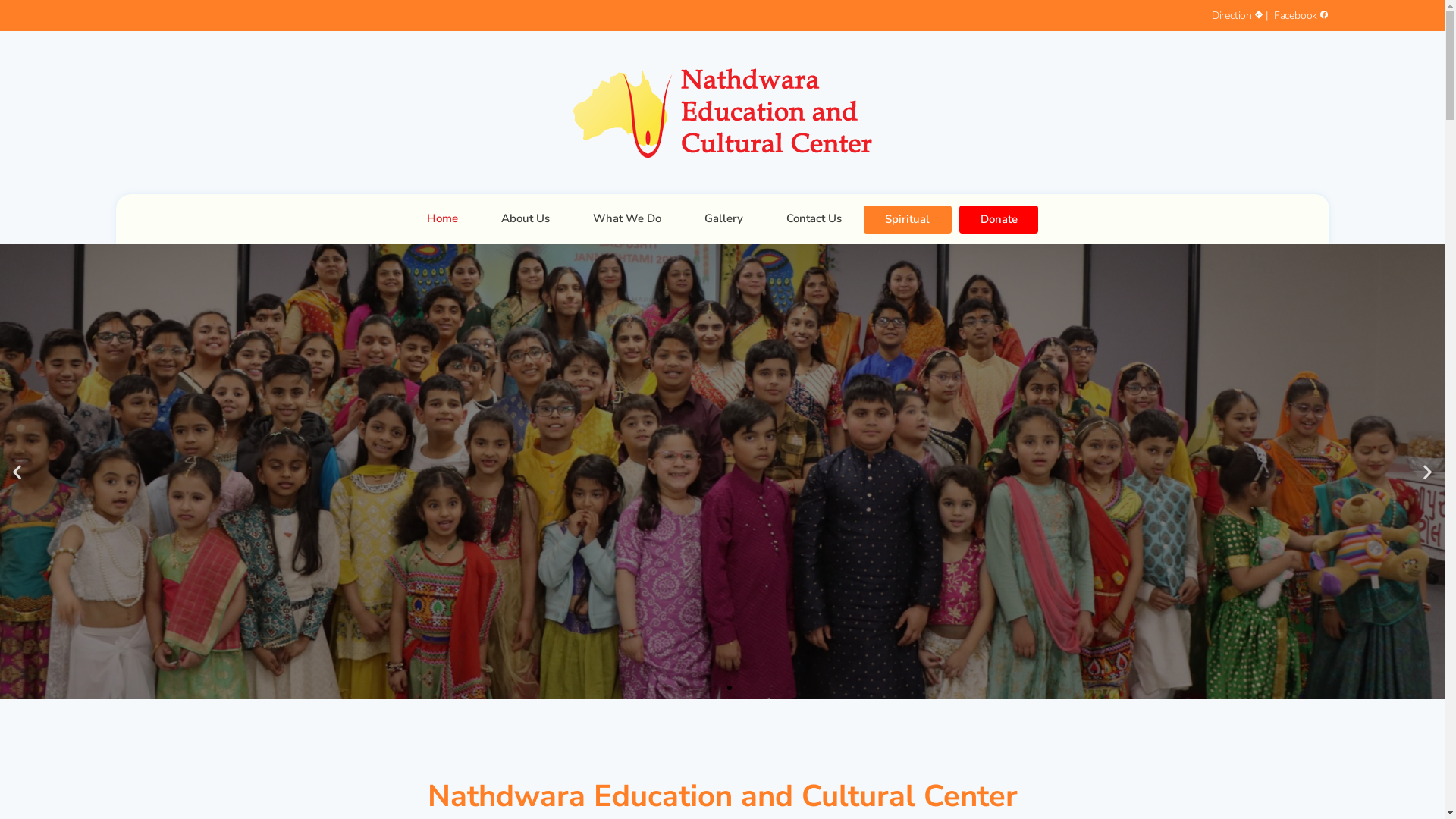 This screenshot has height=819, width=1456. What do you see at coordinates (1238, 15) in the screenshot?
I see `'Direction'` at bounding box center [1238, 15].